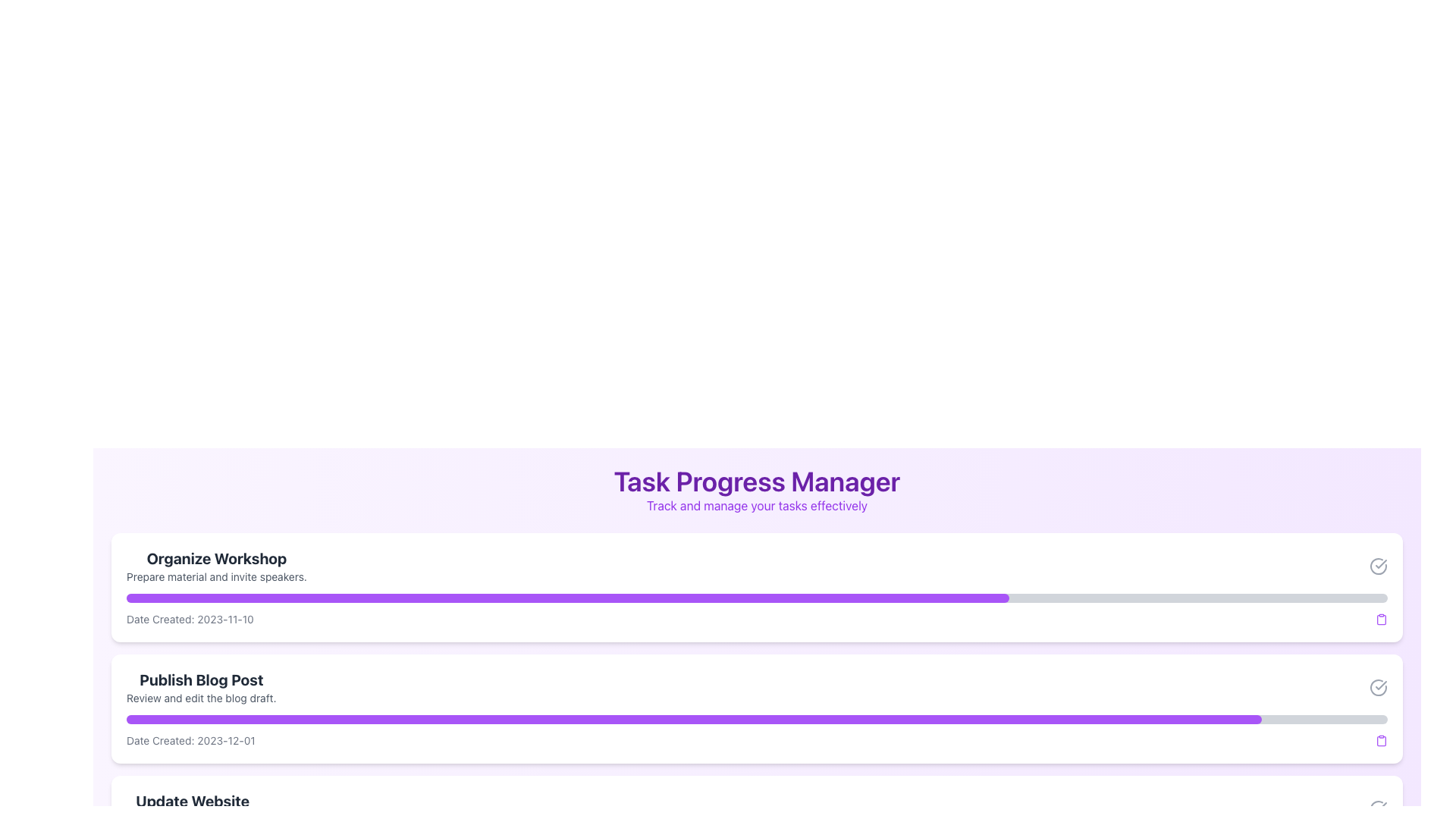 Image resolution: width=1456 pixels, height=819 pixels. What do you see at coordinates (1381, 806) in the screenshot?
I see `the completion status icon located in the top-right corner of the card-like component, which signifies task completion` at bounding box center [1381, 806].